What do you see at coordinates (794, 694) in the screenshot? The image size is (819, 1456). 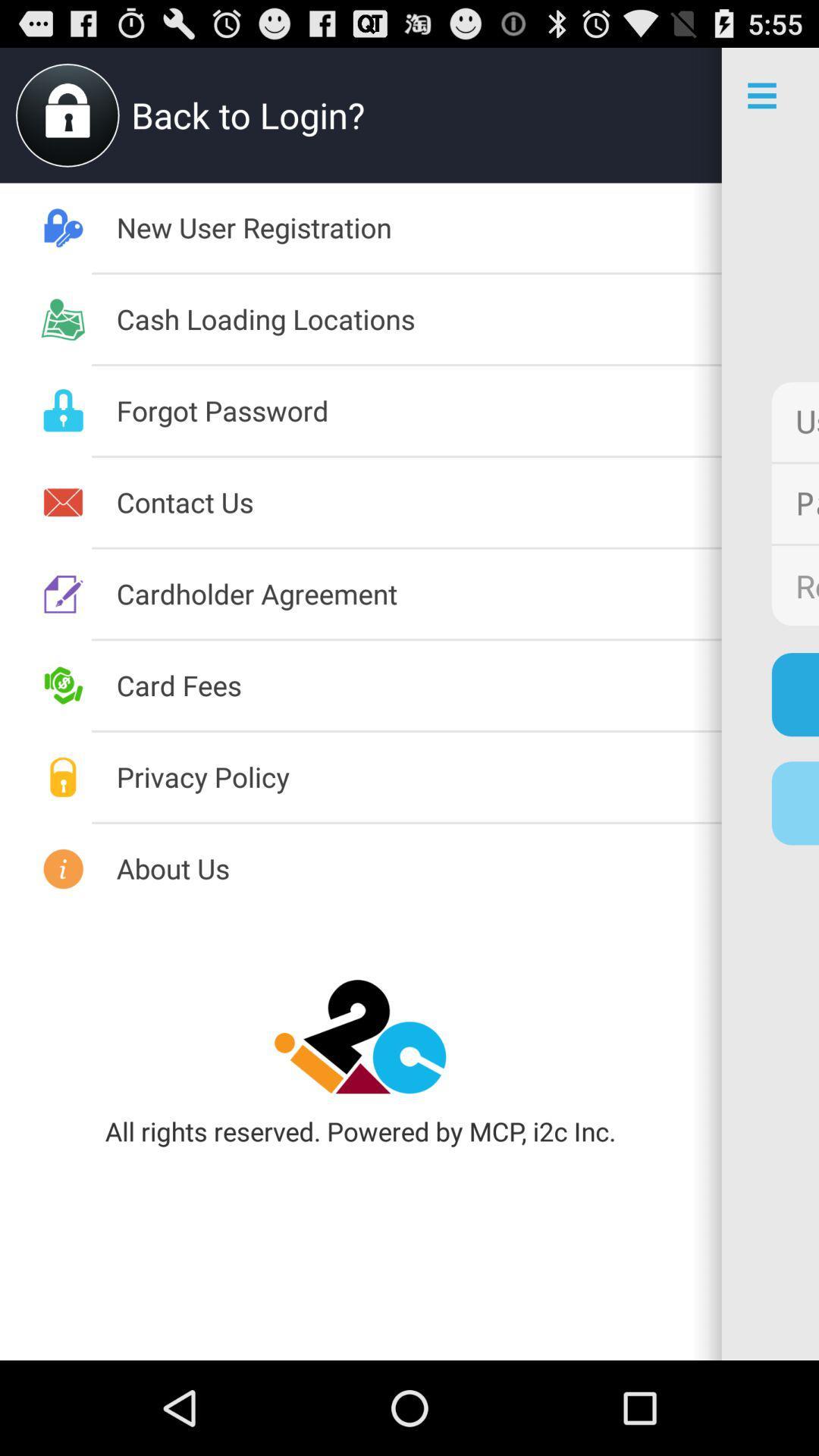 I see `item to the right of the card fees` at bounding box center [794, 694].